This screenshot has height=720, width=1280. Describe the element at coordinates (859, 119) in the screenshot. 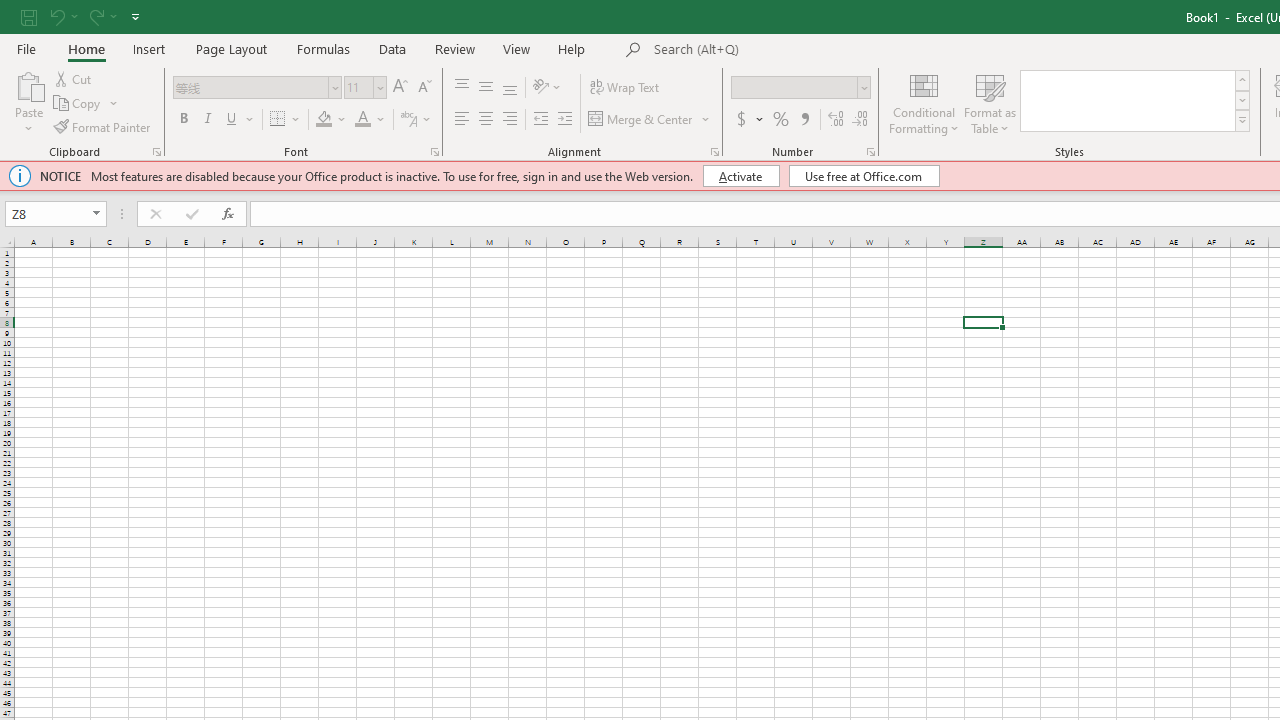

I see `'Decrease Decimal'` at that location.